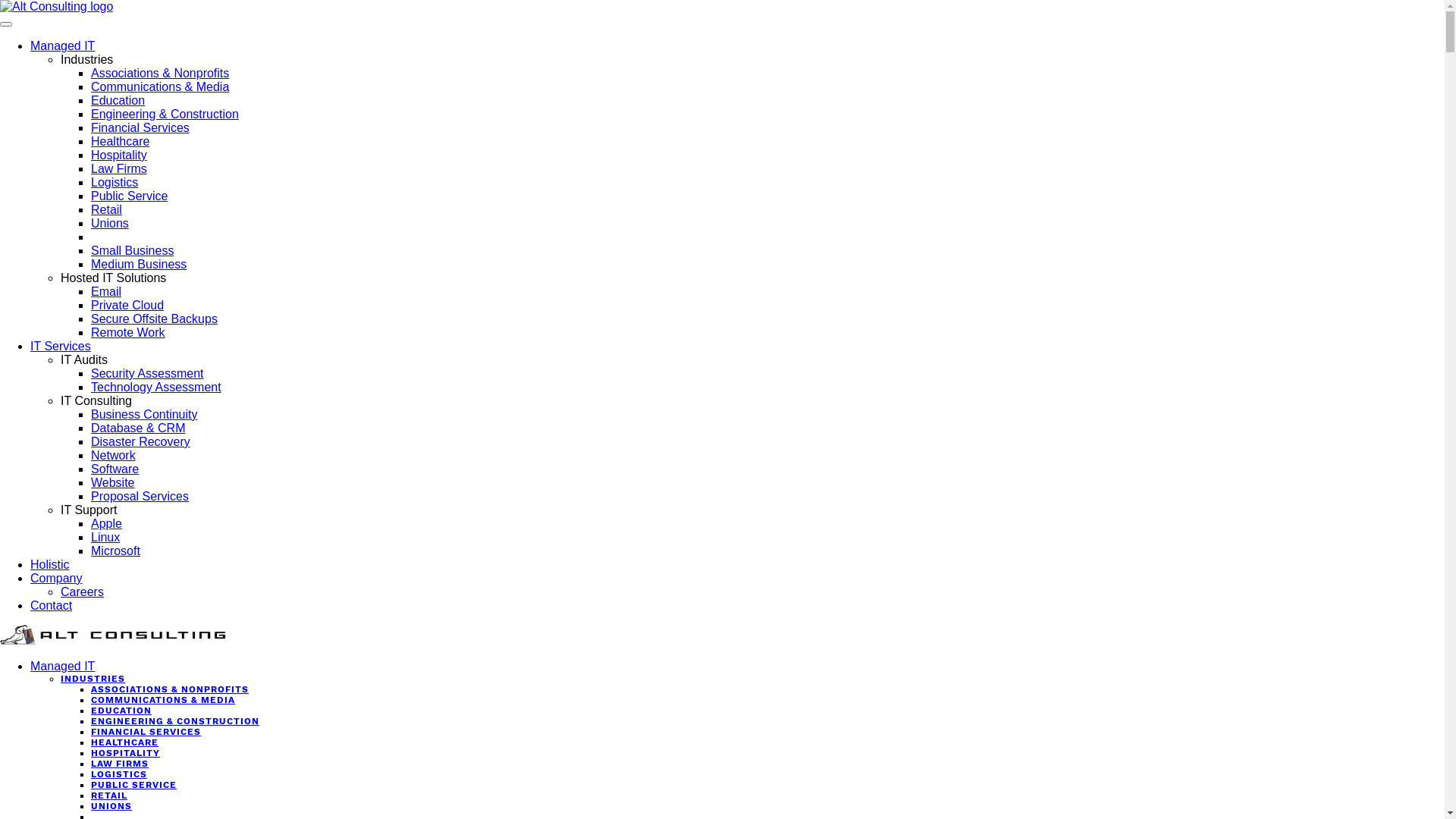 This screenshot has width=1456, height=819. Describe the element at coordinates (105, 536) in the screenshot. I see `'Linux'` at that location.